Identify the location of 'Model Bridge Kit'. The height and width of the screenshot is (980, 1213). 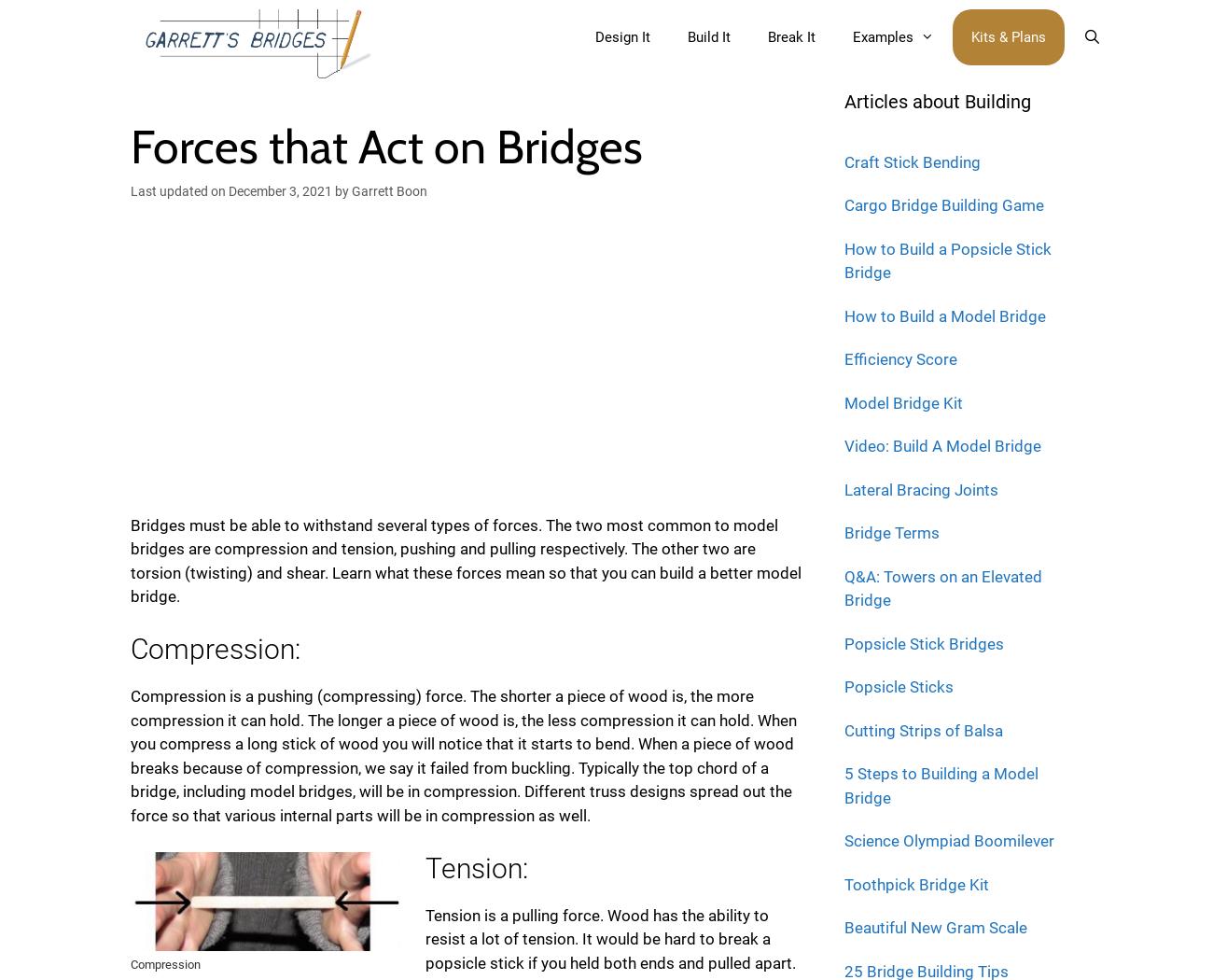
(903, 401).